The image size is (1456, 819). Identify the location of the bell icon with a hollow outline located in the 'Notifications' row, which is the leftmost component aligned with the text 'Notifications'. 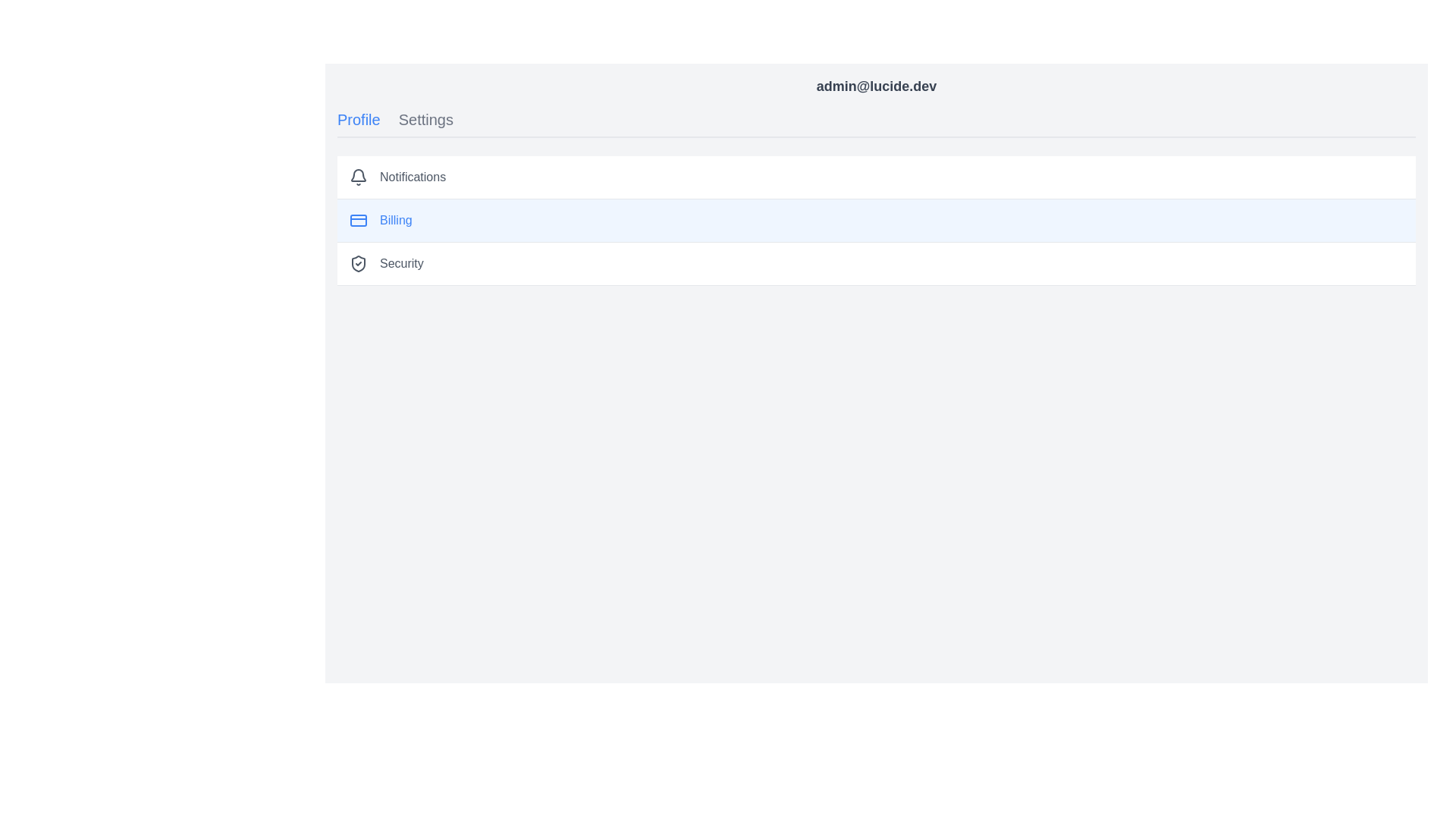
(358, 177).